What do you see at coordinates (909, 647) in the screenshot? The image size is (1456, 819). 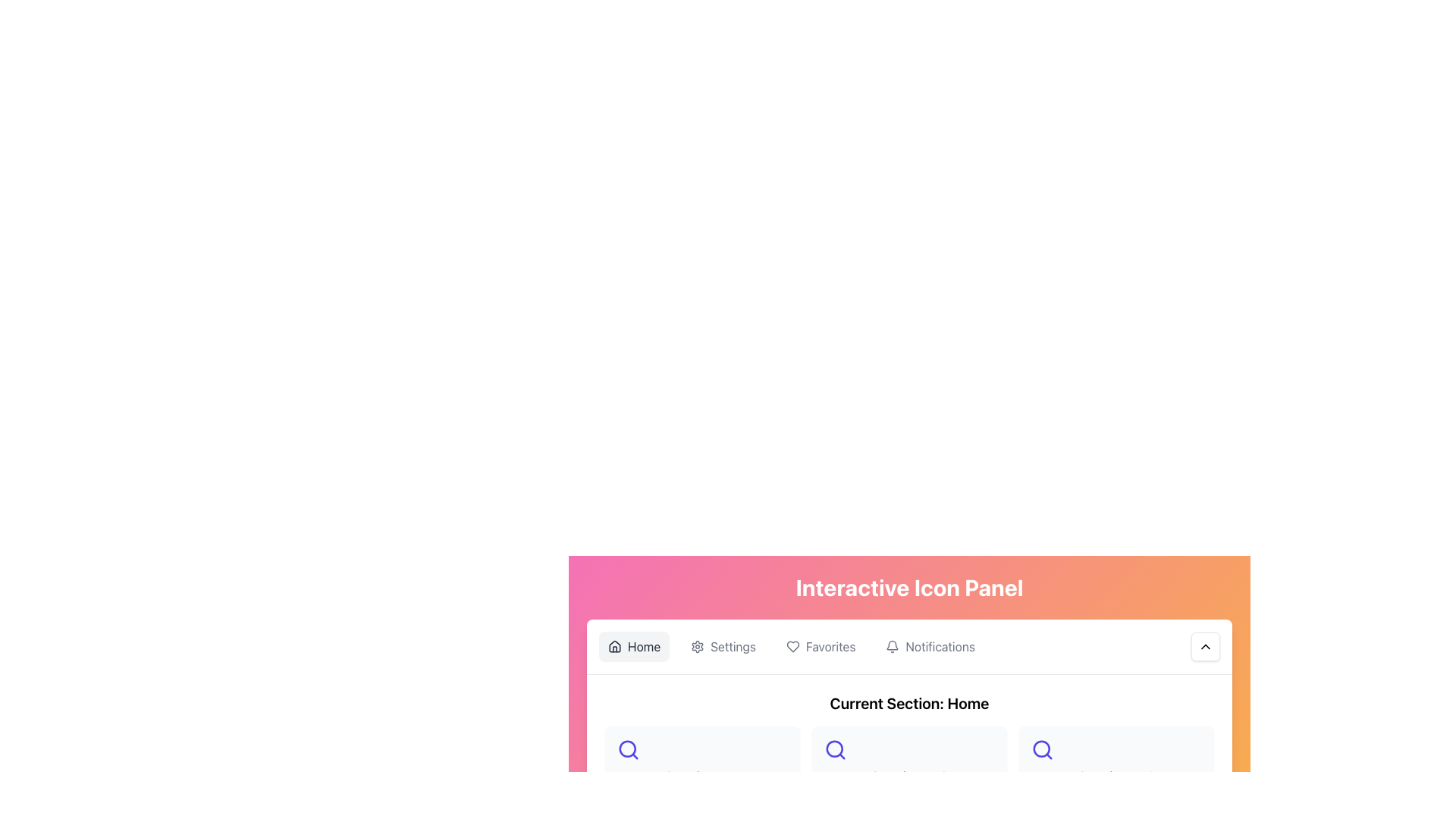 I see `the 'Notifications' button on the navigation bar` at bounding box center [909, 647].